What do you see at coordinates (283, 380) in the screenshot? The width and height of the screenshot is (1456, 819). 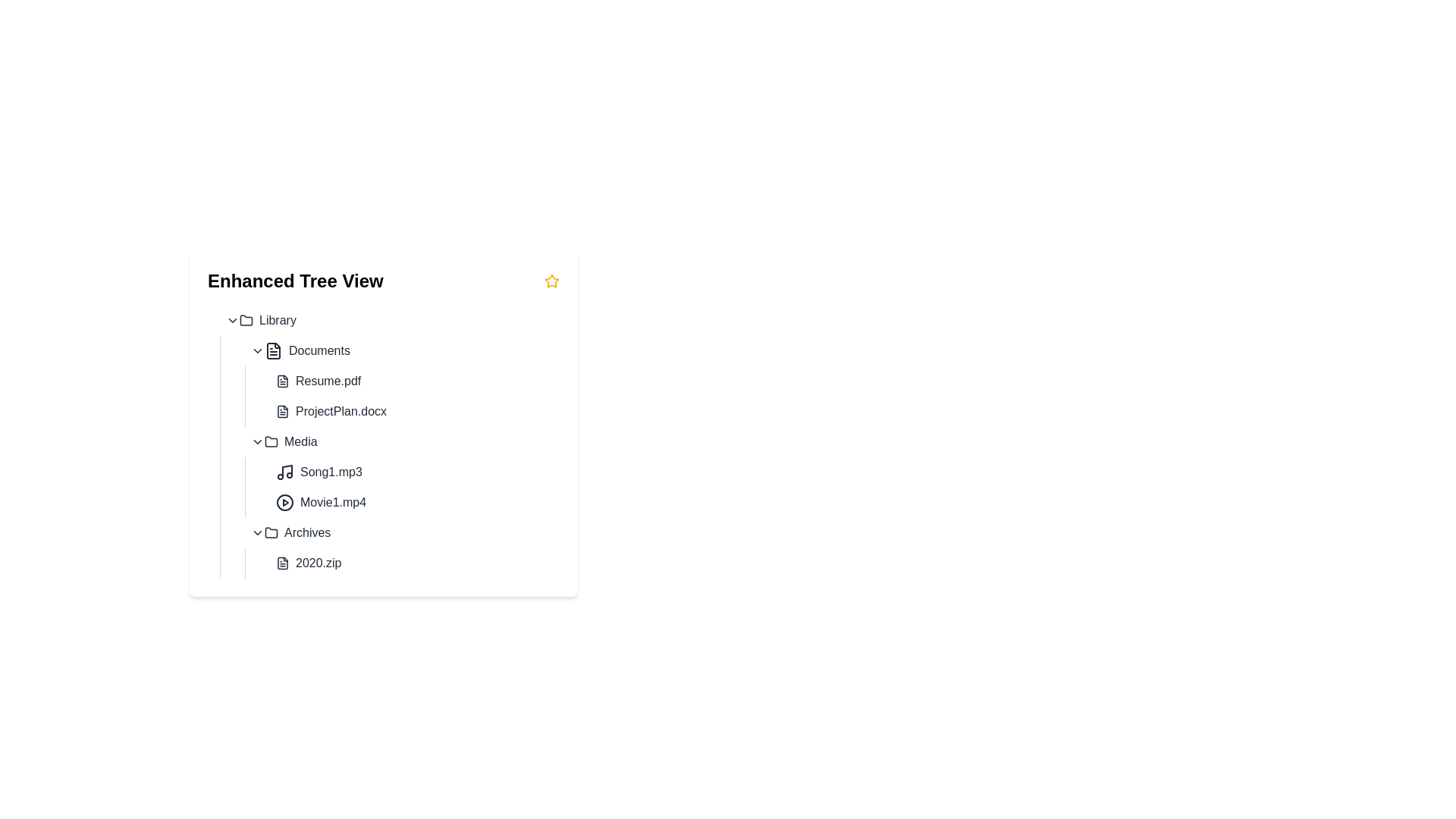 I see `the document icon representing 'Resume.pdf', which is styled with an outlined file shape and additional lines symbolizing text, located within the 'Documents' section of the 'Library'` at bounding box center [283, 380].